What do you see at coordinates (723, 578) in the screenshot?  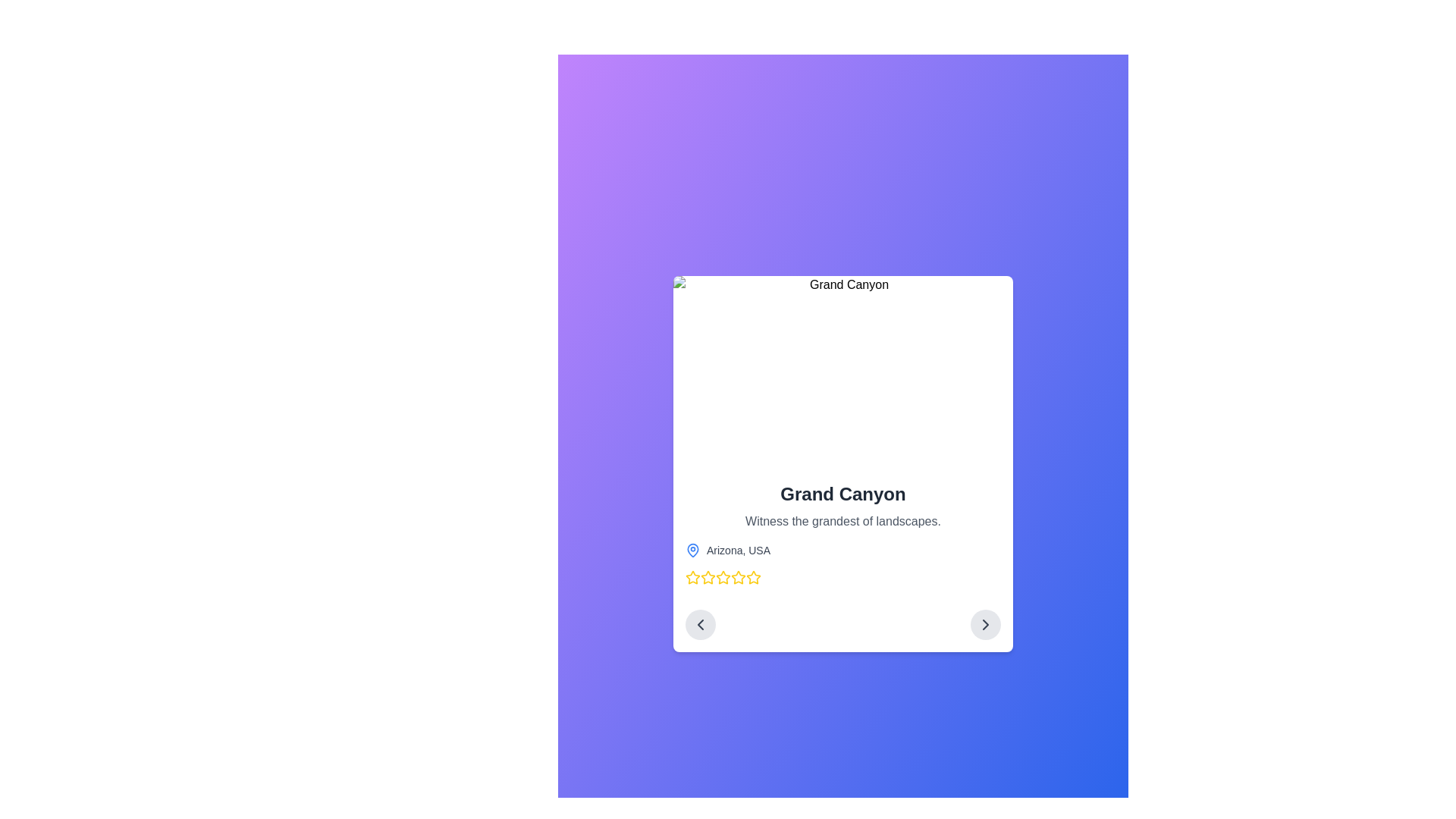 I see `the fifth rating star, which is a yellow outlined star with a white center, located below the 'Arizona, USA' text` at bounding box center [723, 578].